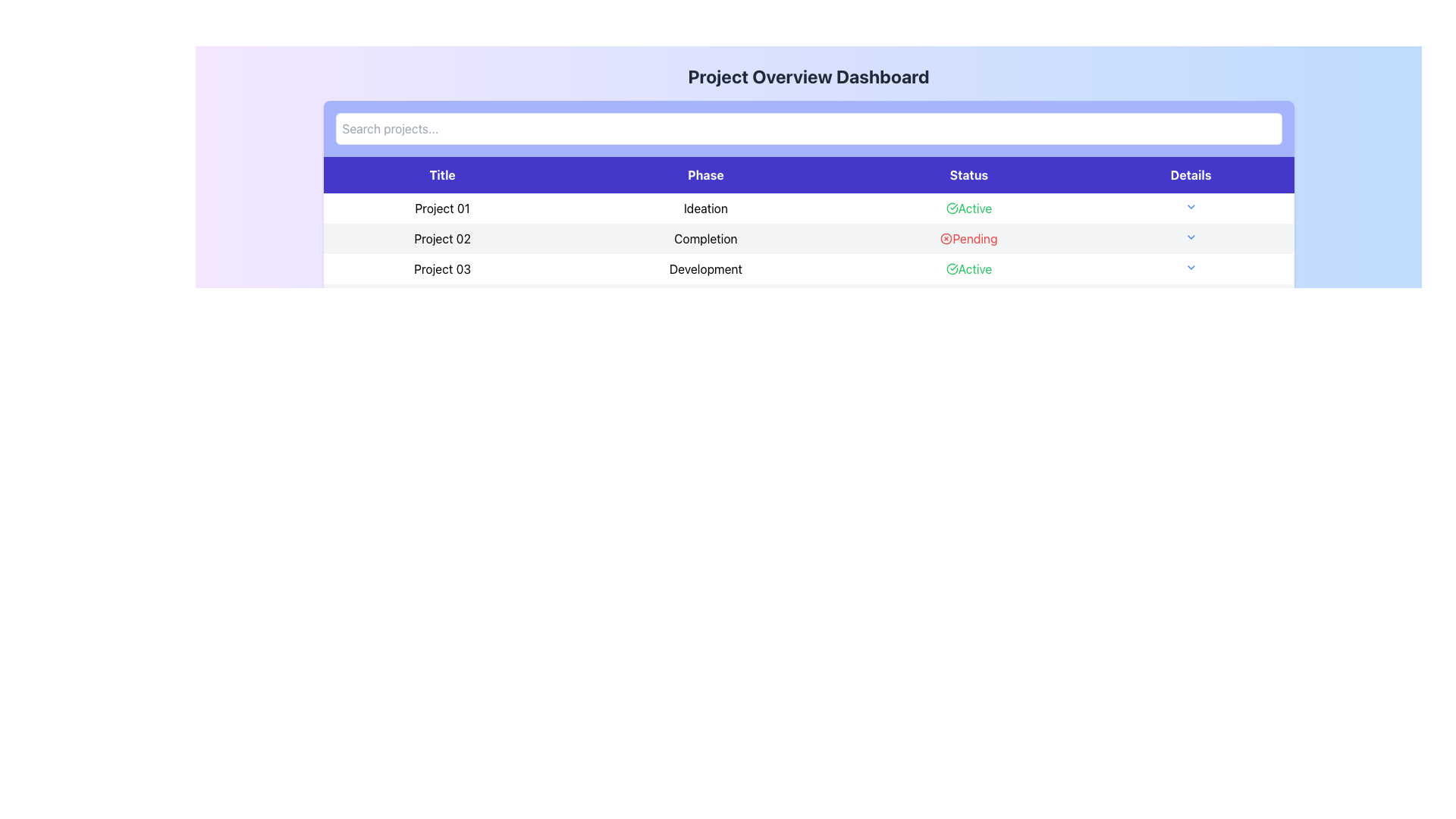  What do you see at coordinates (704, 268) in the screenshot?
I see `the text label displaying 'Development' in the 'Phase' column of the 'Project 03' row in the table` at bounding box center [704, 268].